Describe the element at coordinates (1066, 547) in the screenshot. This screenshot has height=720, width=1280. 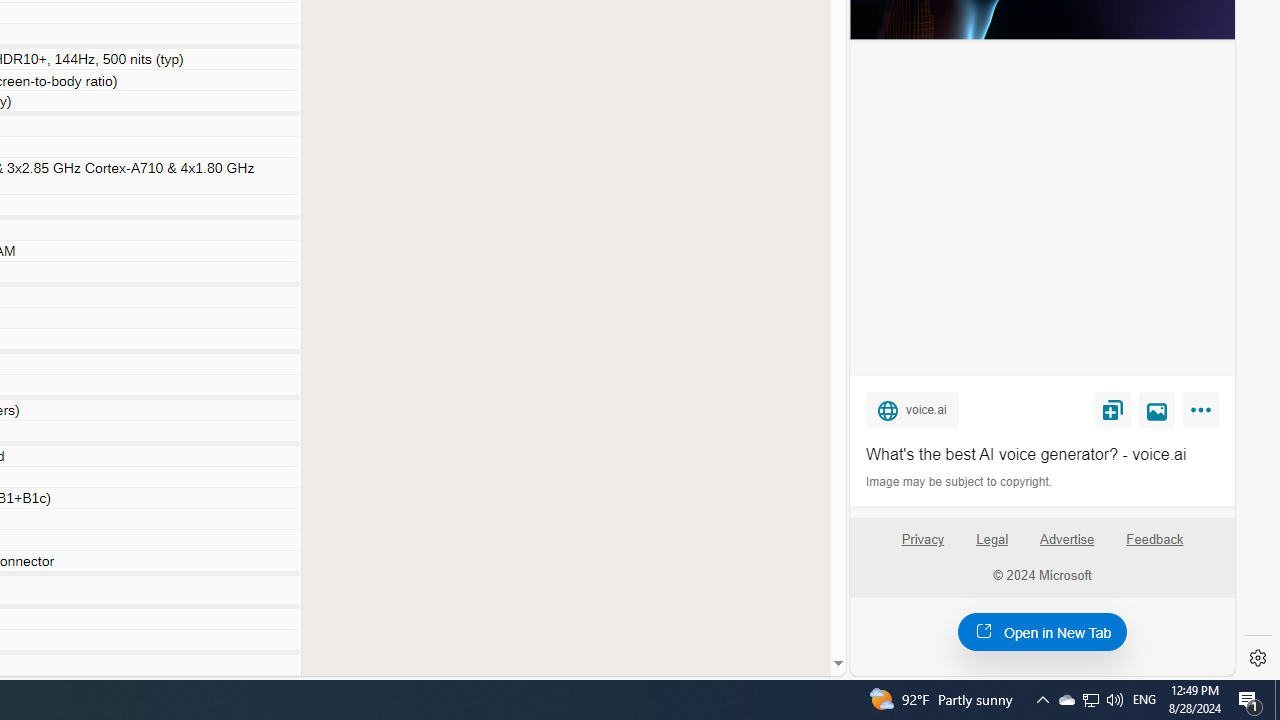
I see `'Advertise'` at that location.